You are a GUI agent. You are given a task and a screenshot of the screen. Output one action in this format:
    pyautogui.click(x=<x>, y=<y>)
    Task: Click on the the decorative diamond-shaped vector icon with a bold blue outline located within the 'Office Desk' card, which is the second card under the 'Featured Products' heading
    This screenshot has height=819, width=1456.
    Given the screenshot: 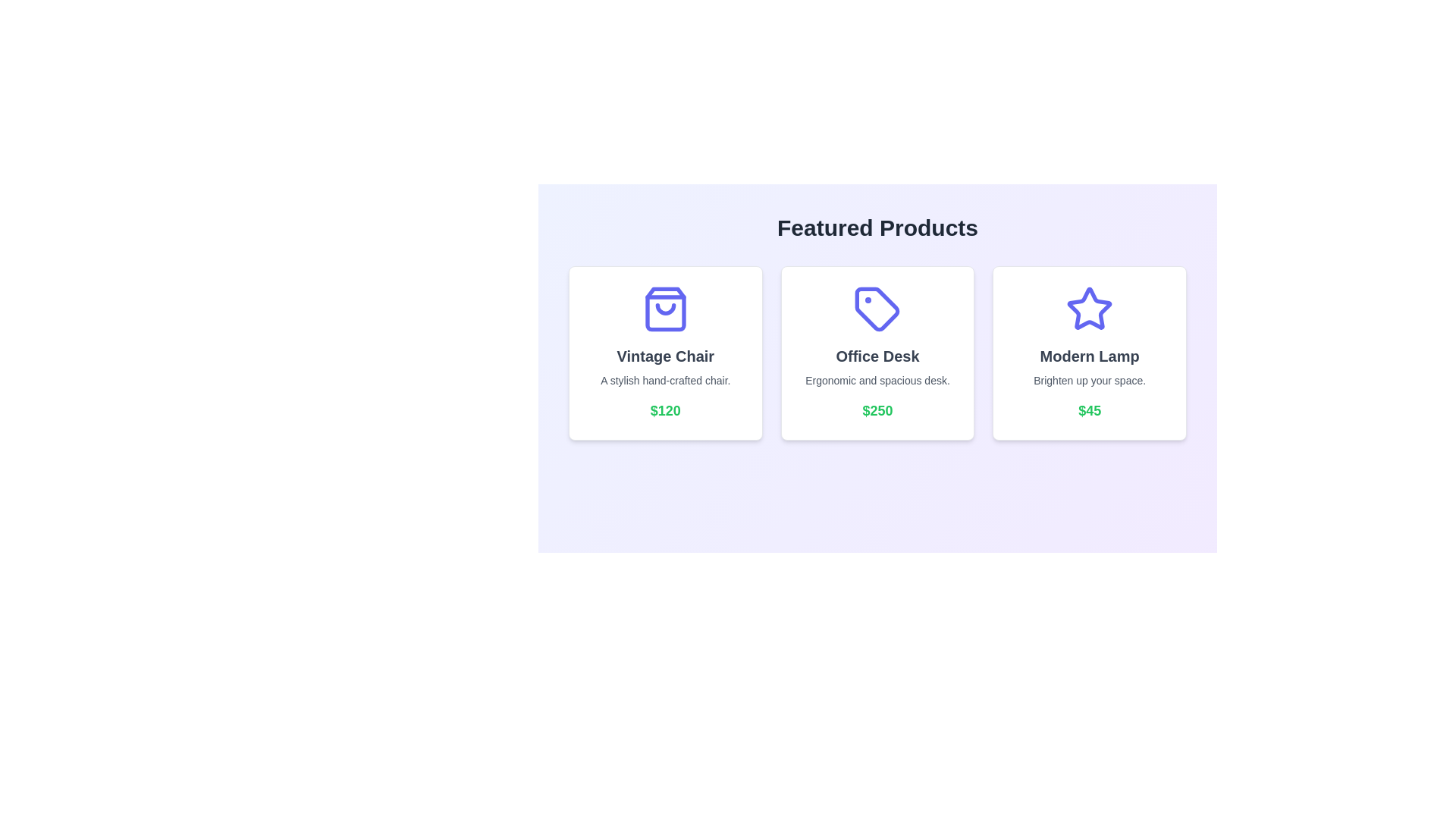 What is the action you would take?
    pyautogui.click(x=877, y=309)
    